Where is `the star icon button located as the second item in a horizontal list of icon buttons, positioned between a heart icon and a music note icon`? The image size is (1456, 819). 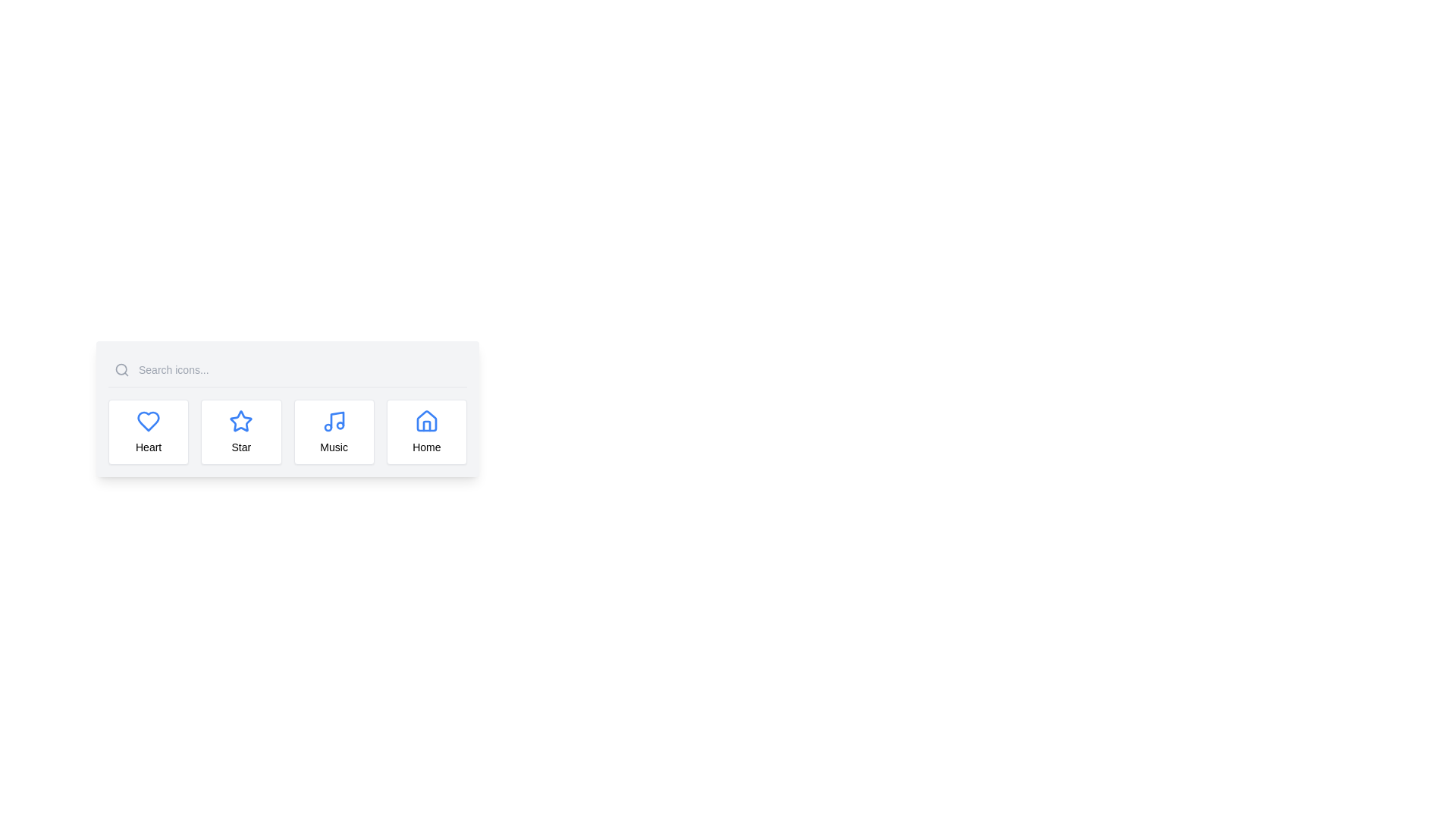 the star icon button located as the second item in a horizontal list of icon buttons, positioned between a heart icon and a music note icon is located at coordinates (240, 421).